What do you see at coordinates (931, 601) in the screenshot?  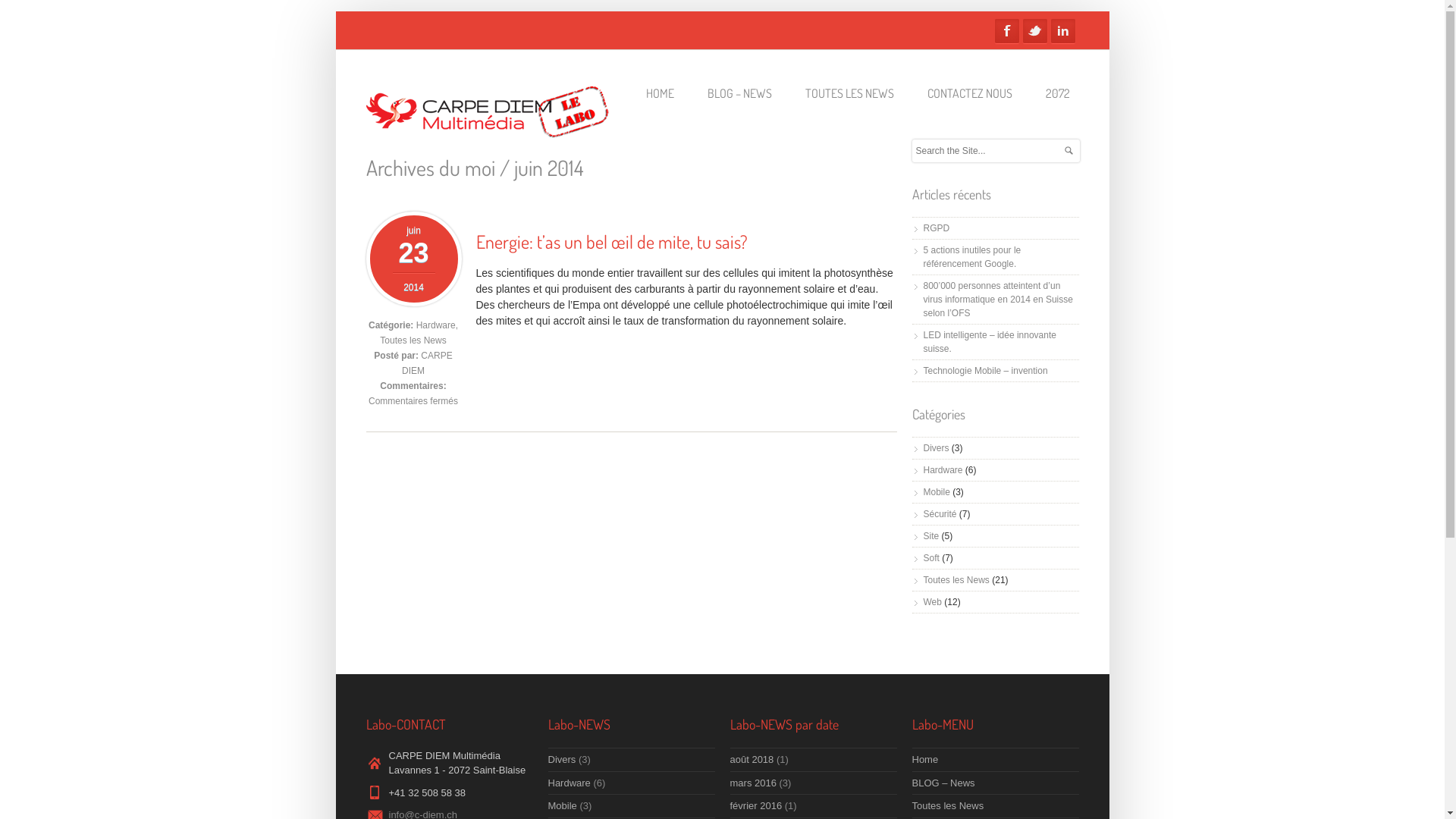 I see `'Web'` at bounding box center [931, 601].